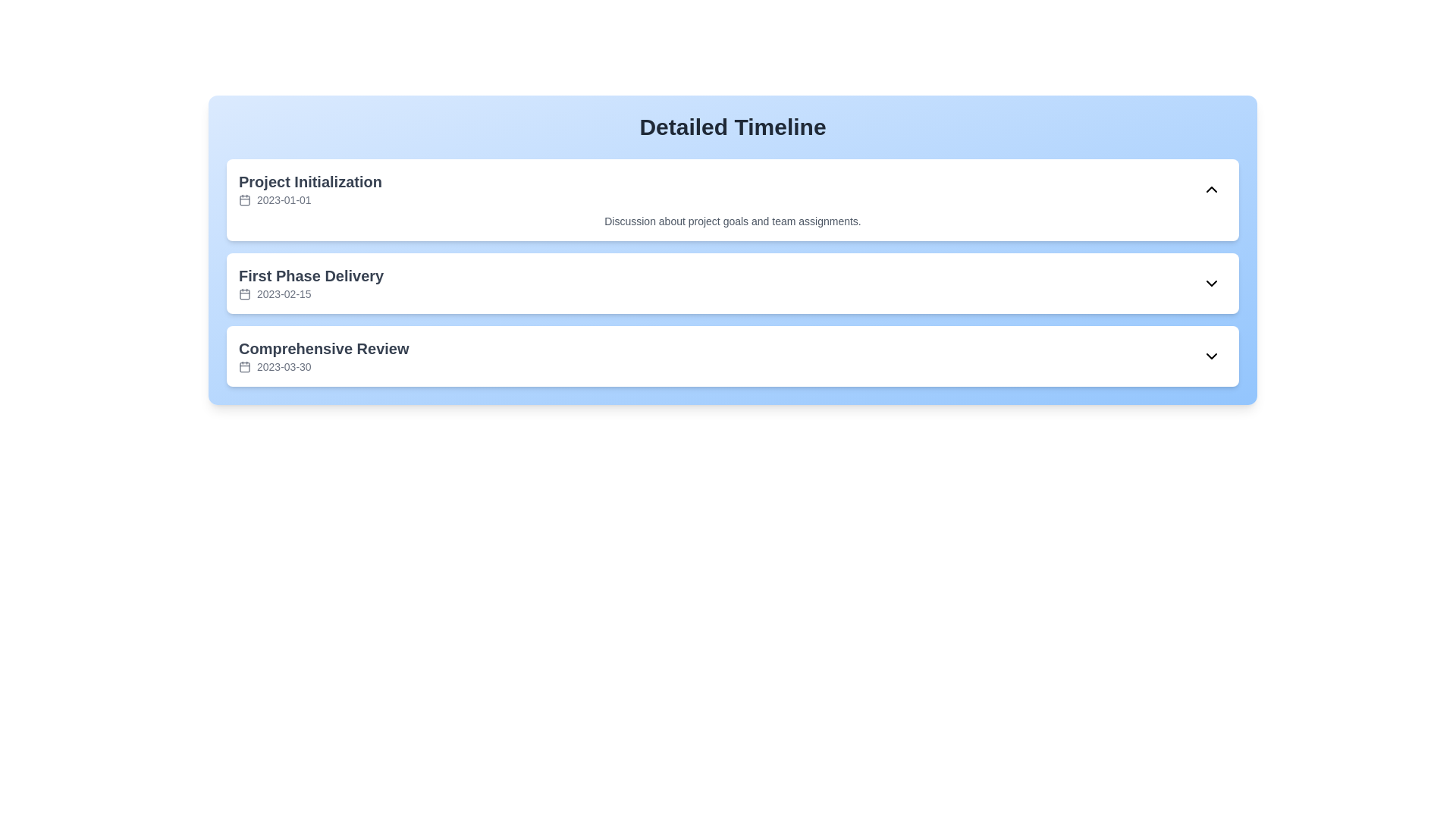 This screenshot has width=1456, height=819. What do you see at coordinates (1211, 284) in the screenshot?
I see `the downward chevron icon button` at bounding box center [1211, 284].